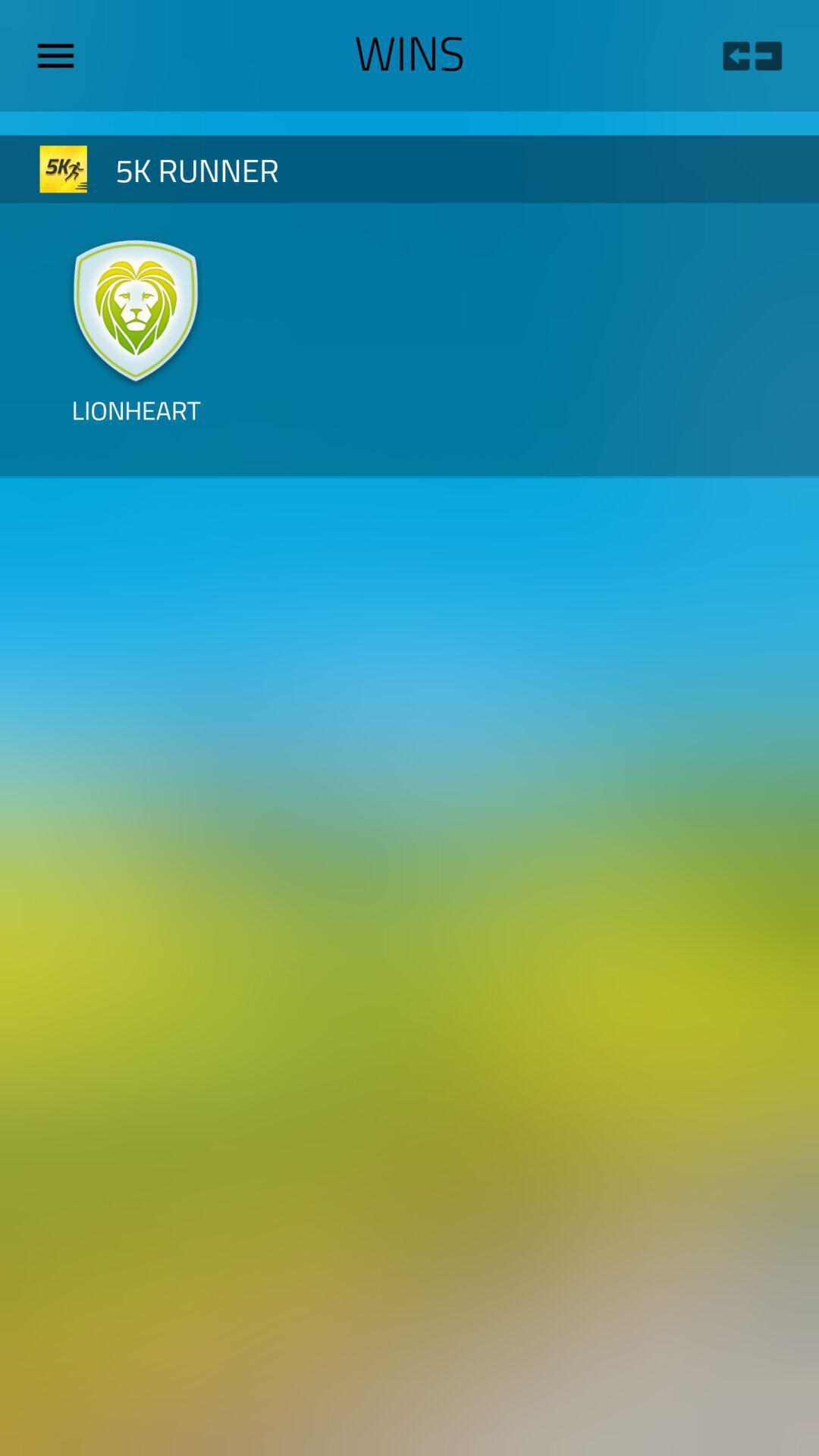 The image size is (819, 1456). What do you see at coordinates (61, 55) in the screenshot?
I see `the item next to the wins icon` at bounding box center [61, 55].